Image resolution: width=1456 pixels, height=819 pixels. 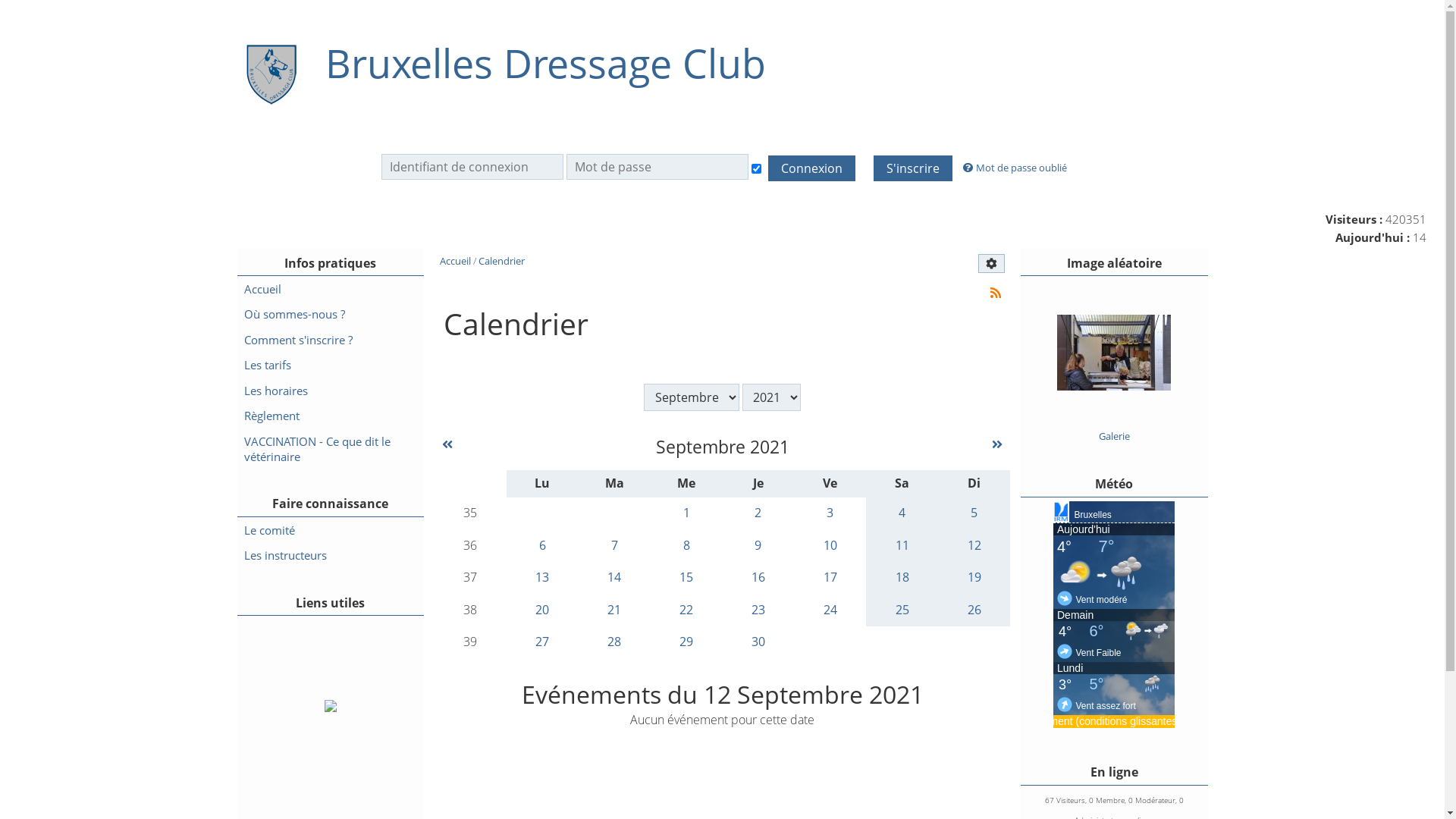 What do you see at coordinates (329, 289) in the screenshot?
I see `'Accueil'` at bounding box center [329, 289].